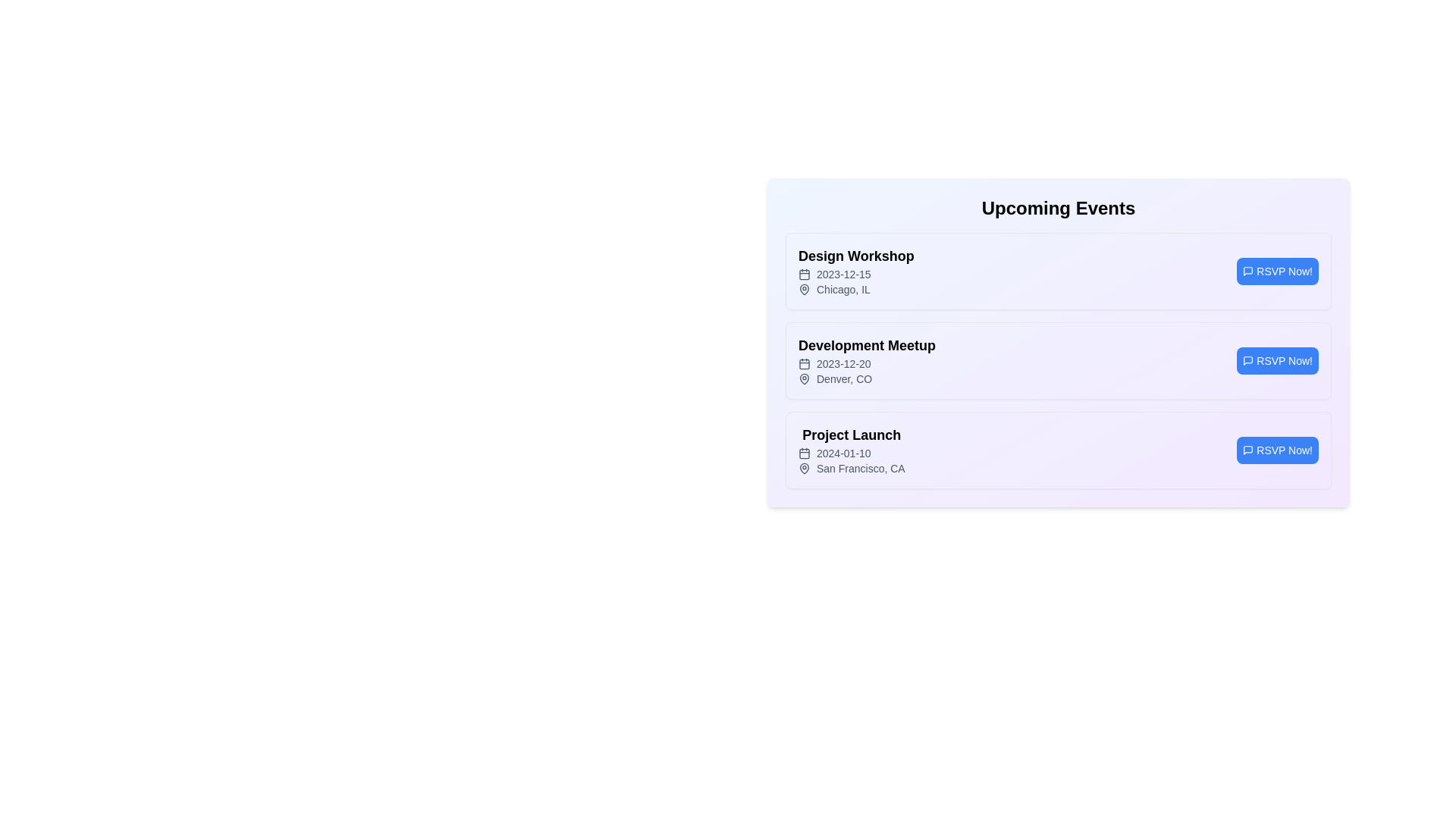 The height and width of the screenshot is (819, 1456). I want to click on the metadata of the event titled Development Meetup, so click(867, 345).